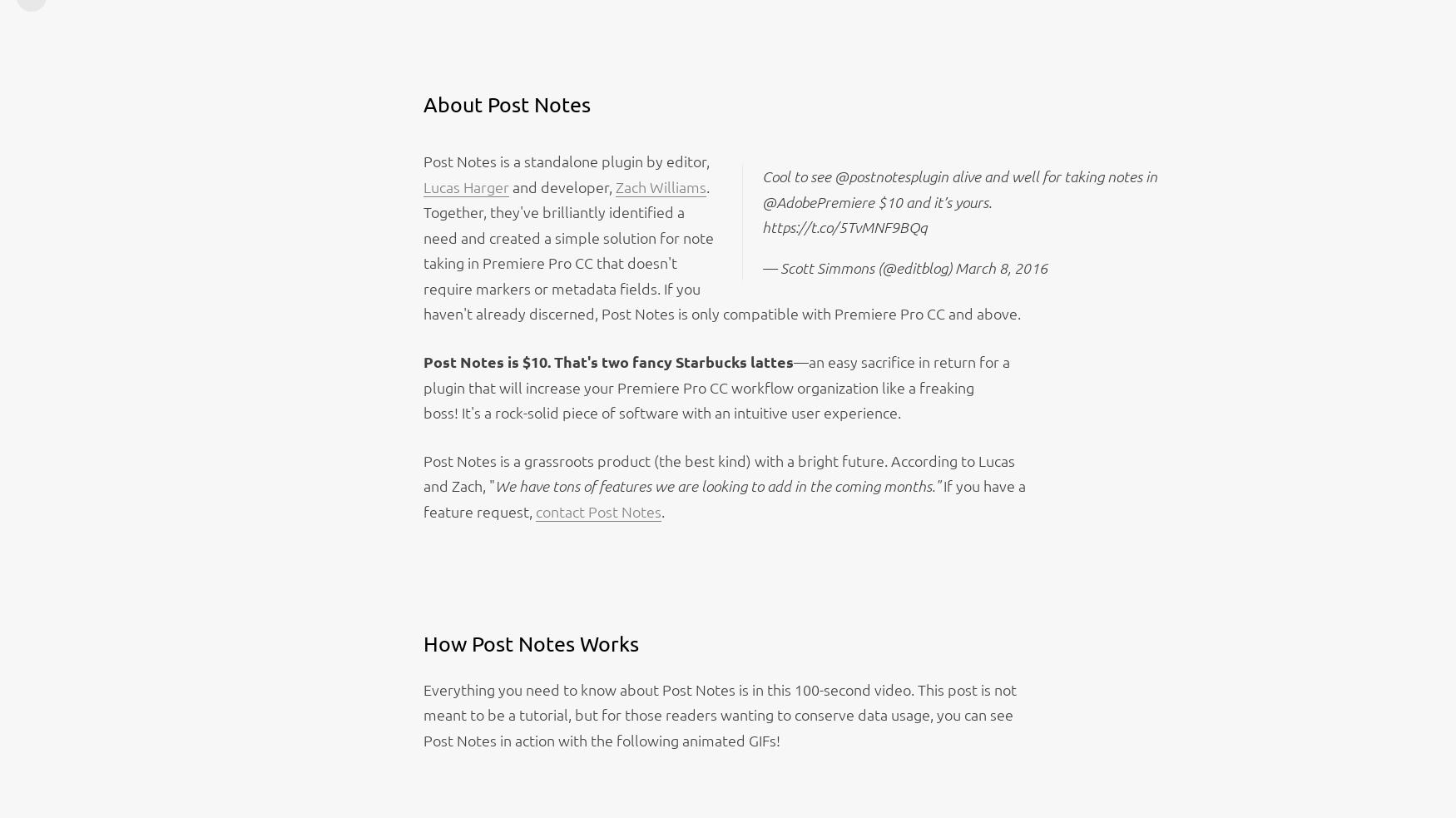 The height and width of the screenshot is (818, 1456). Describe the element at coordinates (723, 498) in the screenshot. I see `'If you have a feature request,'` at that location.